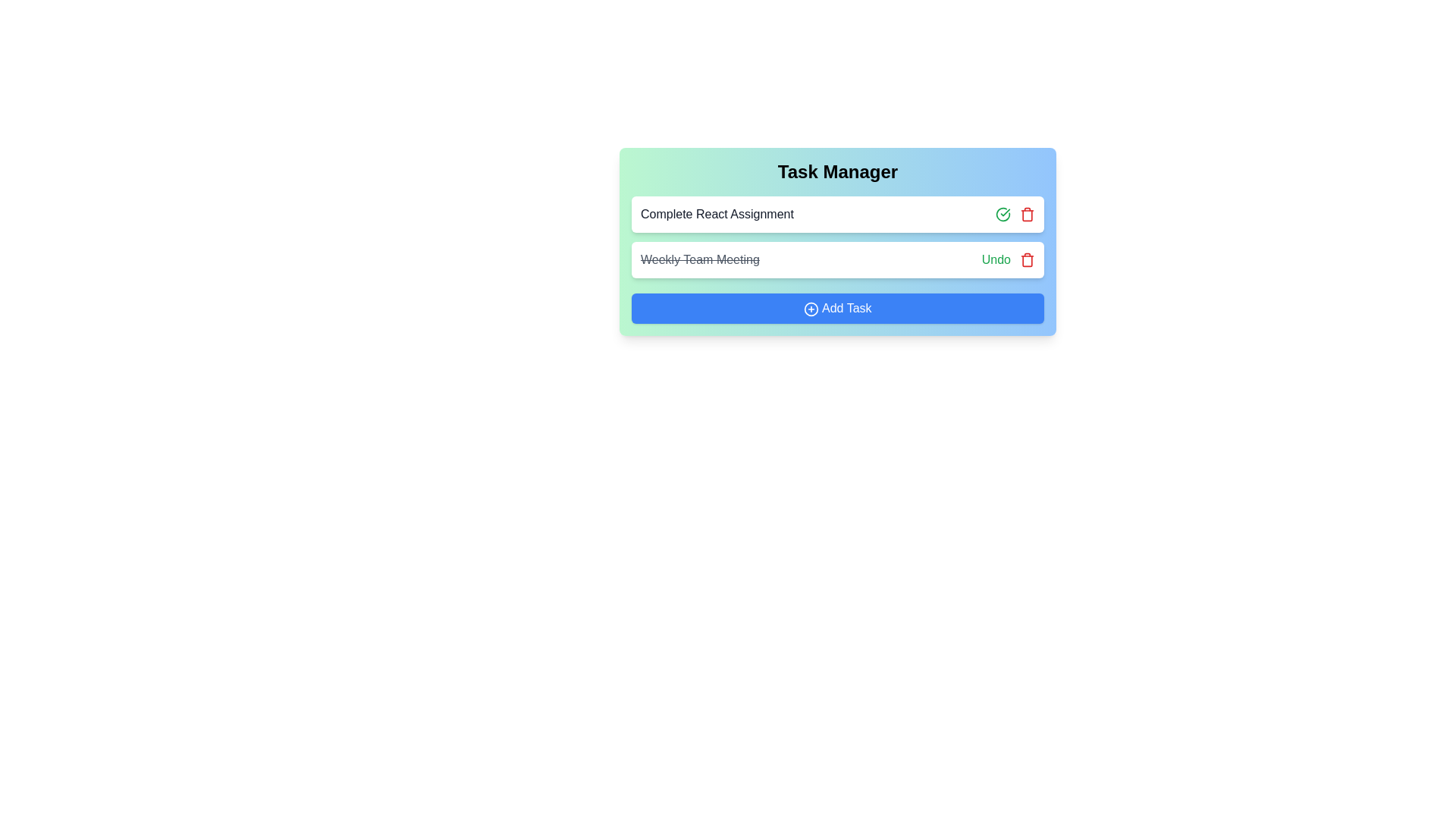 The height and width of the screenshot is (819, 1456). What do you see at coordinates (836, 308) in the screenshot?
I see `the 'Add Task' button to add a new task` at bounding box center [836, 308].